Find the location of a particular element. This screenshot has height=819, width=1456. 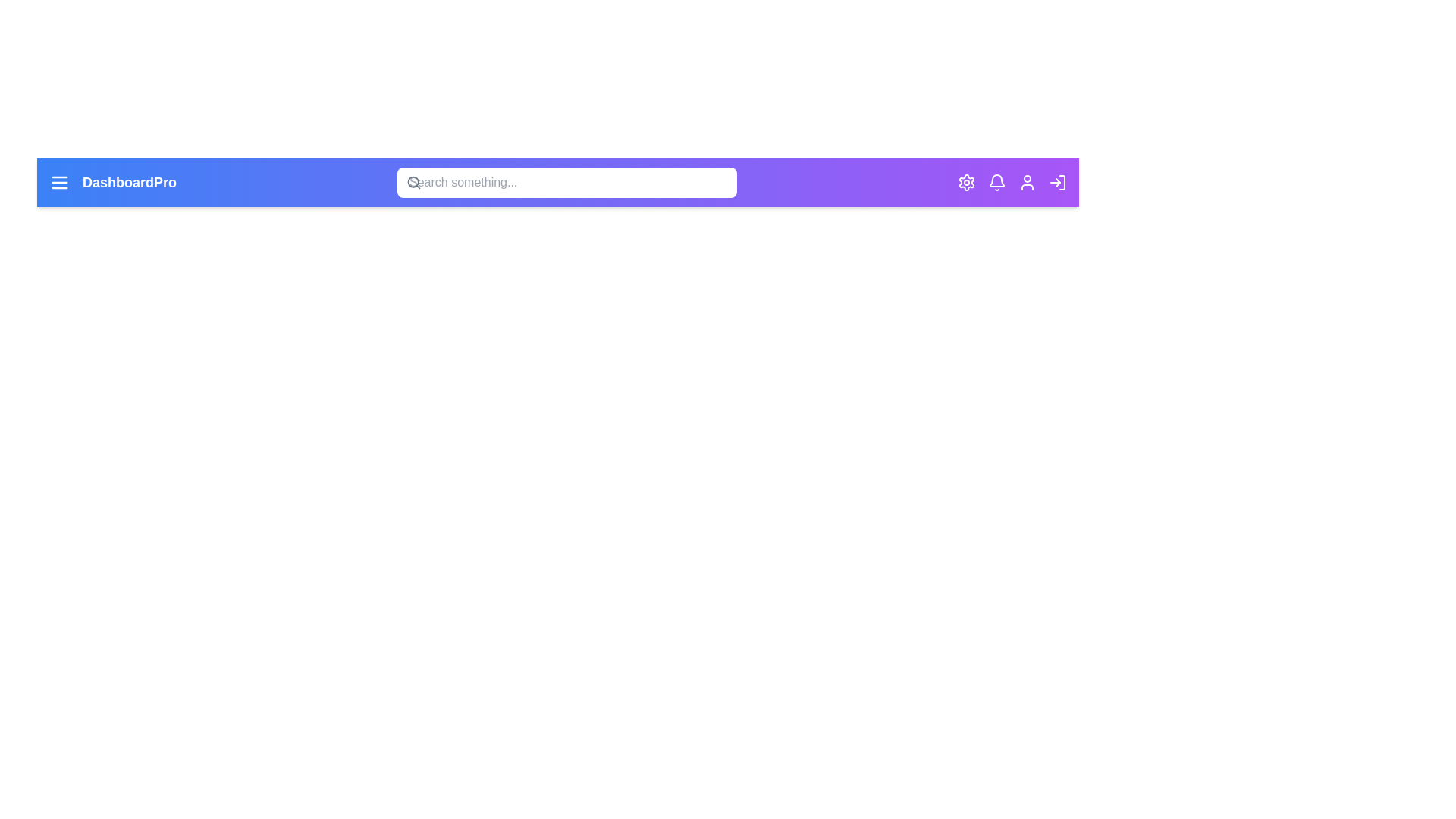

notification icon to view notifications is located at coordinates (997, 181).